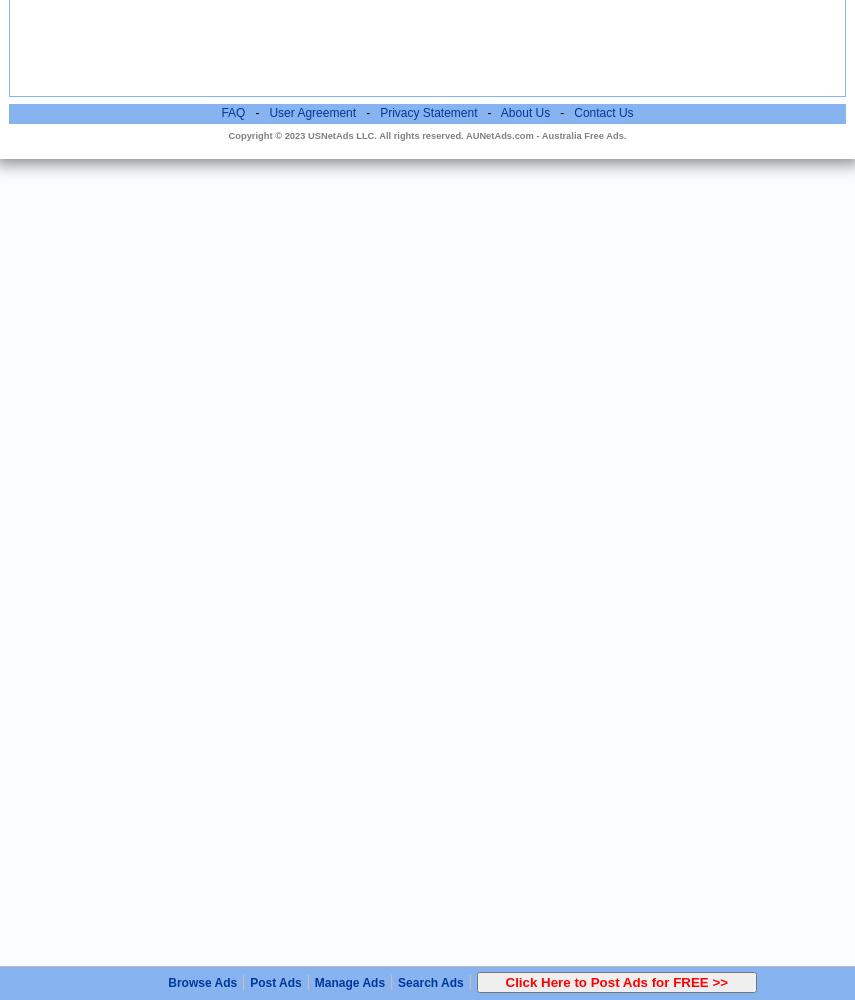 The height and width of the screenshot is (1000, 855). I want to click on 'User Agreement', so click(311, 112).